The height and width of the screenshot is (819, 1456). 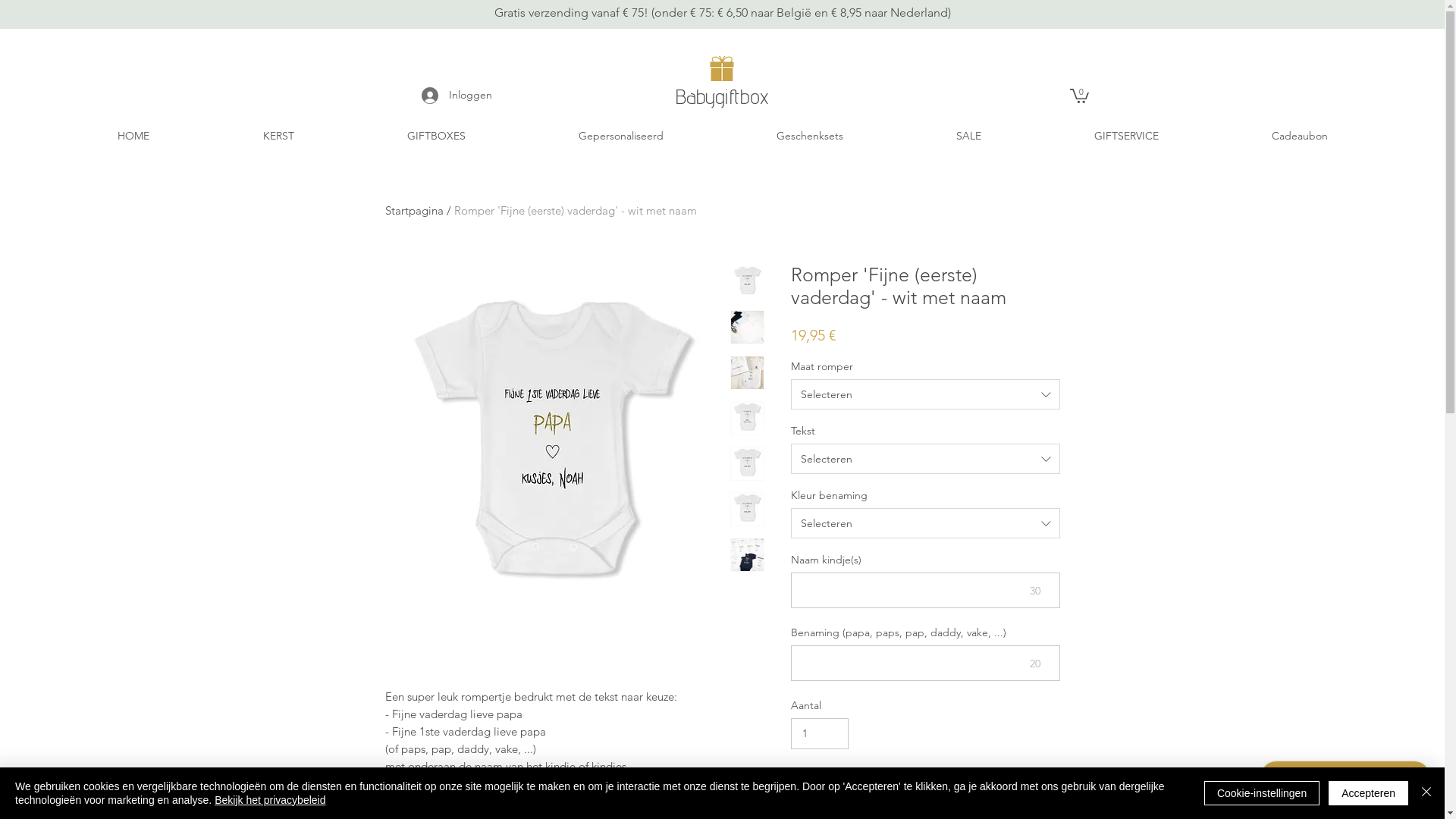 I want to click on 'Inloggen', so click(x=411, y=96).